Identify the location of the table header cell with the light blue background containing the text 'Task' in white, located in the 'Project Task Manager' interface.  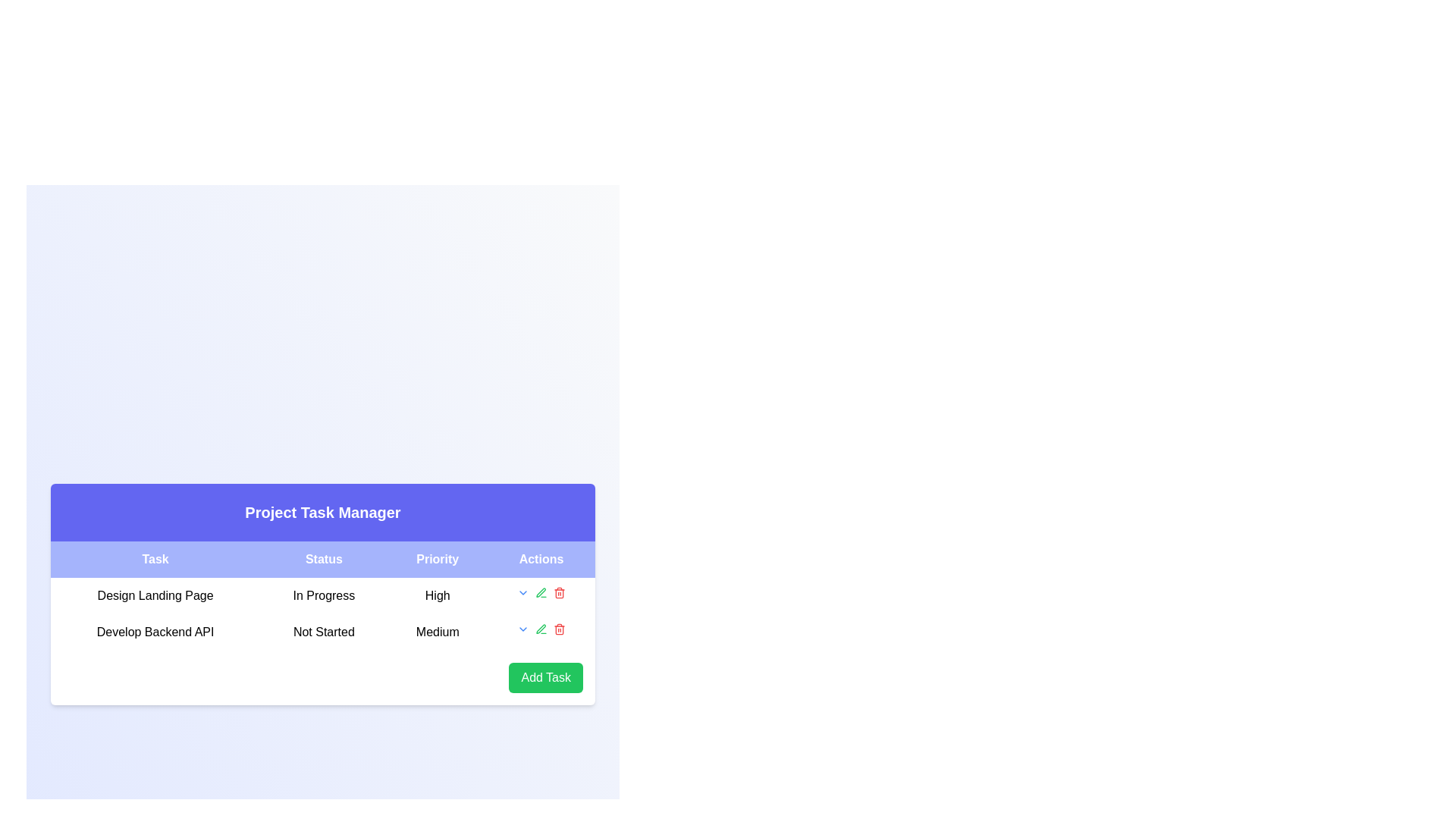
(155, 559).